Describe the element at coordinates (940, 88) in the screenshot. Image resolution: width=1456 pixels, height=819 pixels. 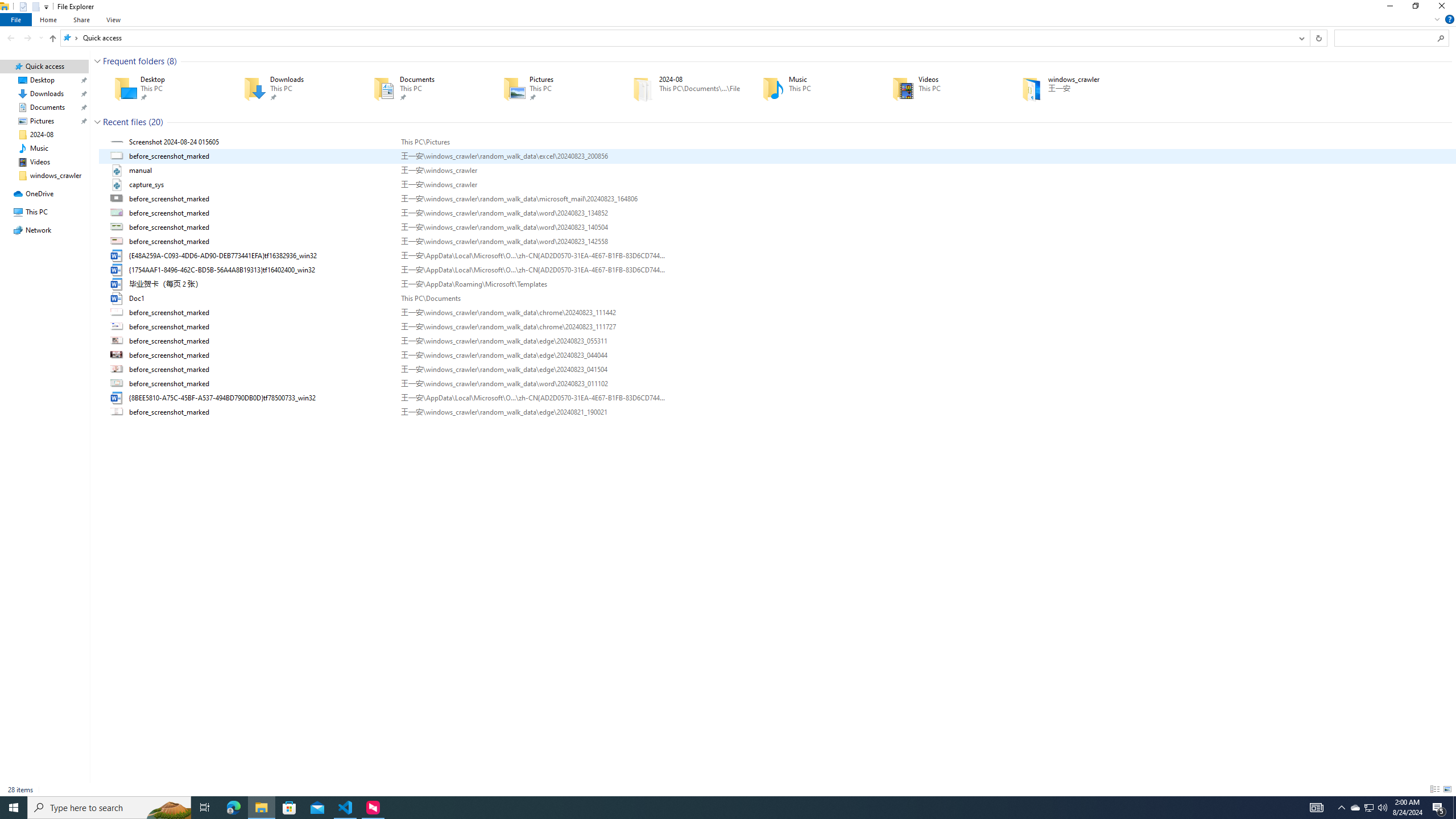
I see `'Videos'` at that location.